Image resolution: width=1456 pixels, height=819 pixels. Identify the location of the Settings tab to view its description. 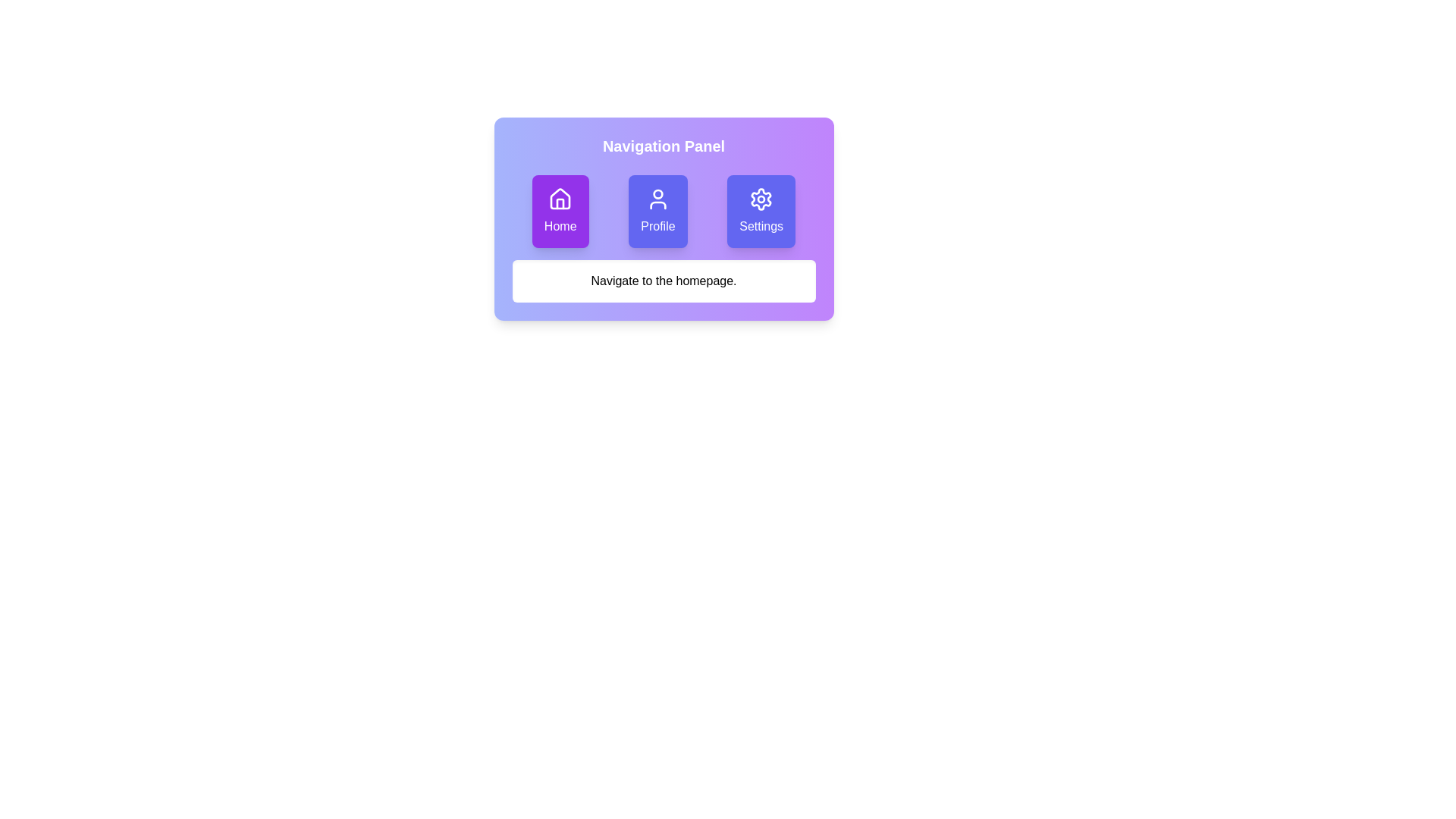
(761, 211).